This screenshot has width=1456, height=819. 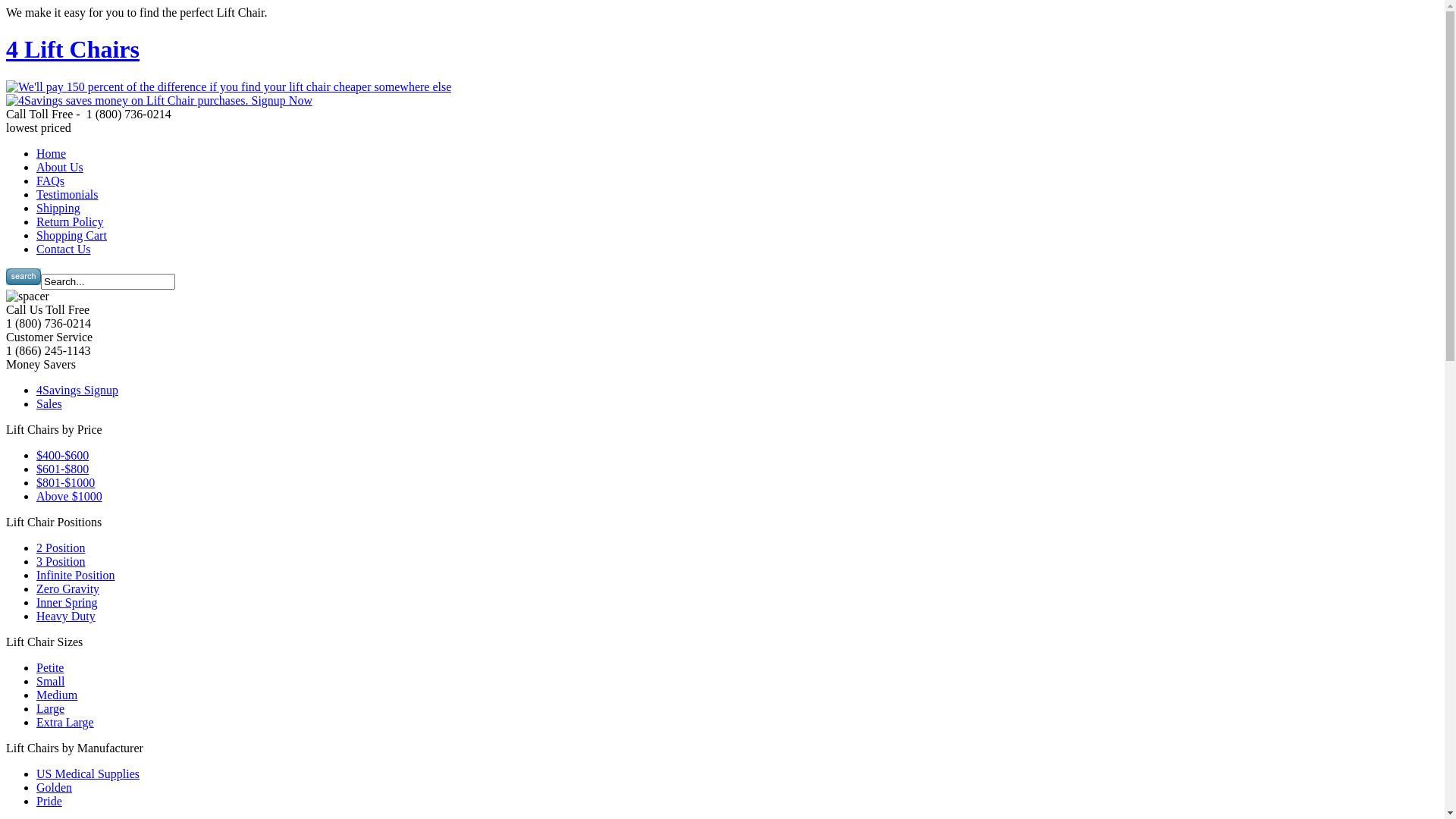 What do you see at coordinates (36, 248) in the screenshot?
I see `'Contact Us'` at bounding box center [36, 248].